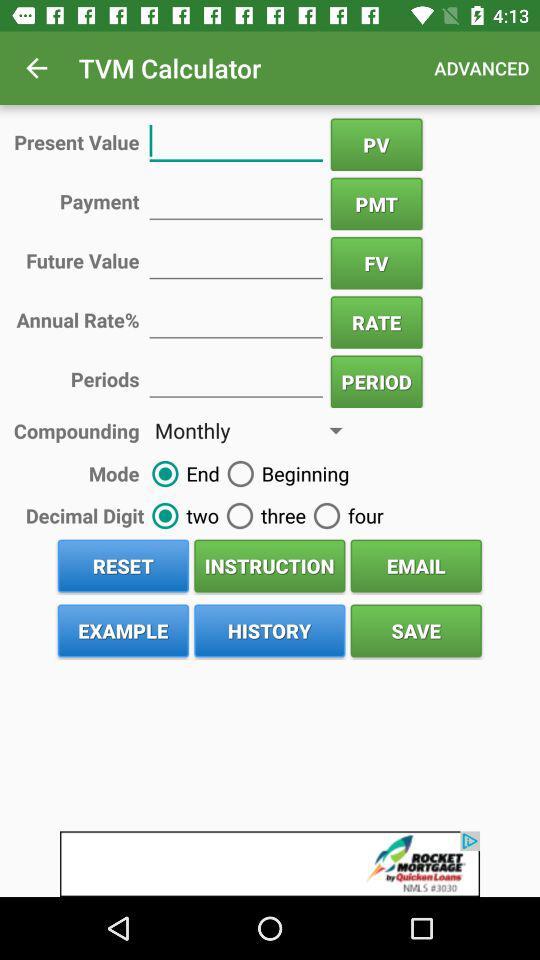 Image resolution: width=540 pixels, height=960 pixels. What do you see at coordinates (235, 377) in the screenshot?
I see `write period` at bounding box center [235, 377].